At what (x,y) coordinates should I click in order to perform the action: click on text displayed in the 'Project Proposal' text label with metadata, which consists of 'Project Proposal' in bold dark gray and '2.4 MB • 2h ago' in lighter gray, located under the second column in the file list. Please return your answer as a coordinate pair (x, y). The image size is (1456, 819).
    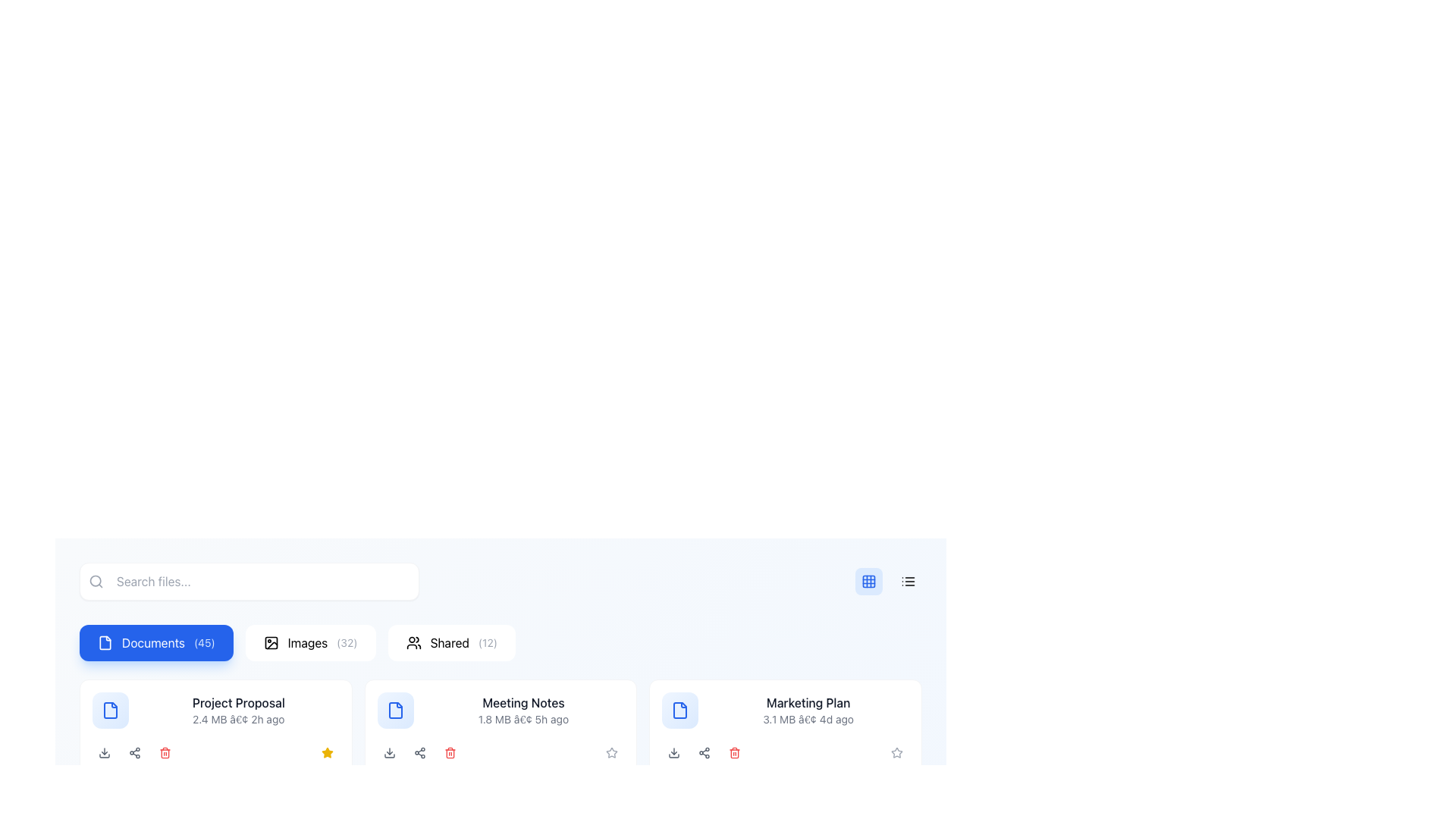
    Looking at the image, I should click on (237, 711).